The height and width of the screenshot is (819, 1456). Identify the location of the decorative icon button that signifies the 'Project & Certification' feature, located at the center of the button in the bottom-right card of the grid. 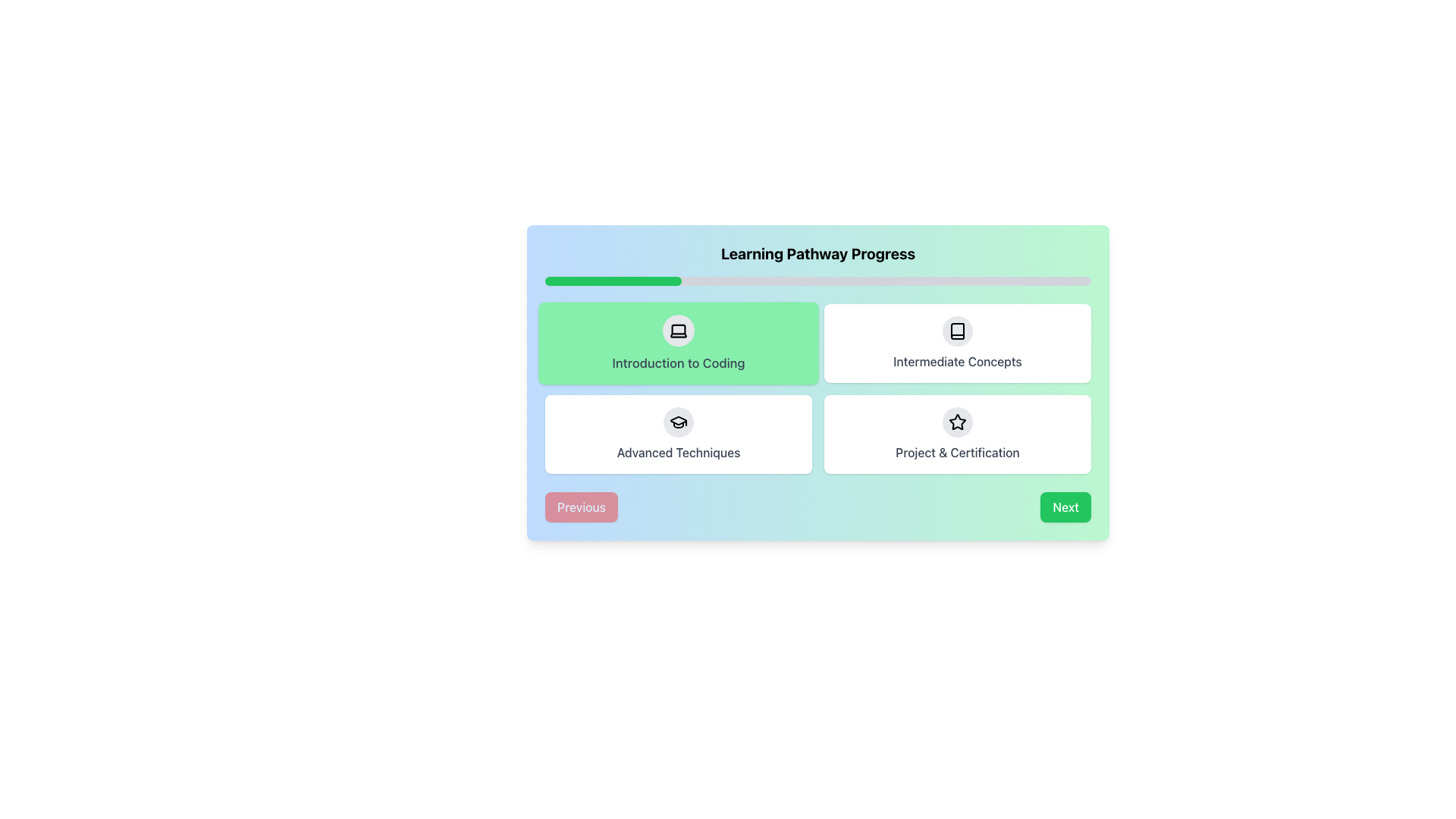
(956, 422).